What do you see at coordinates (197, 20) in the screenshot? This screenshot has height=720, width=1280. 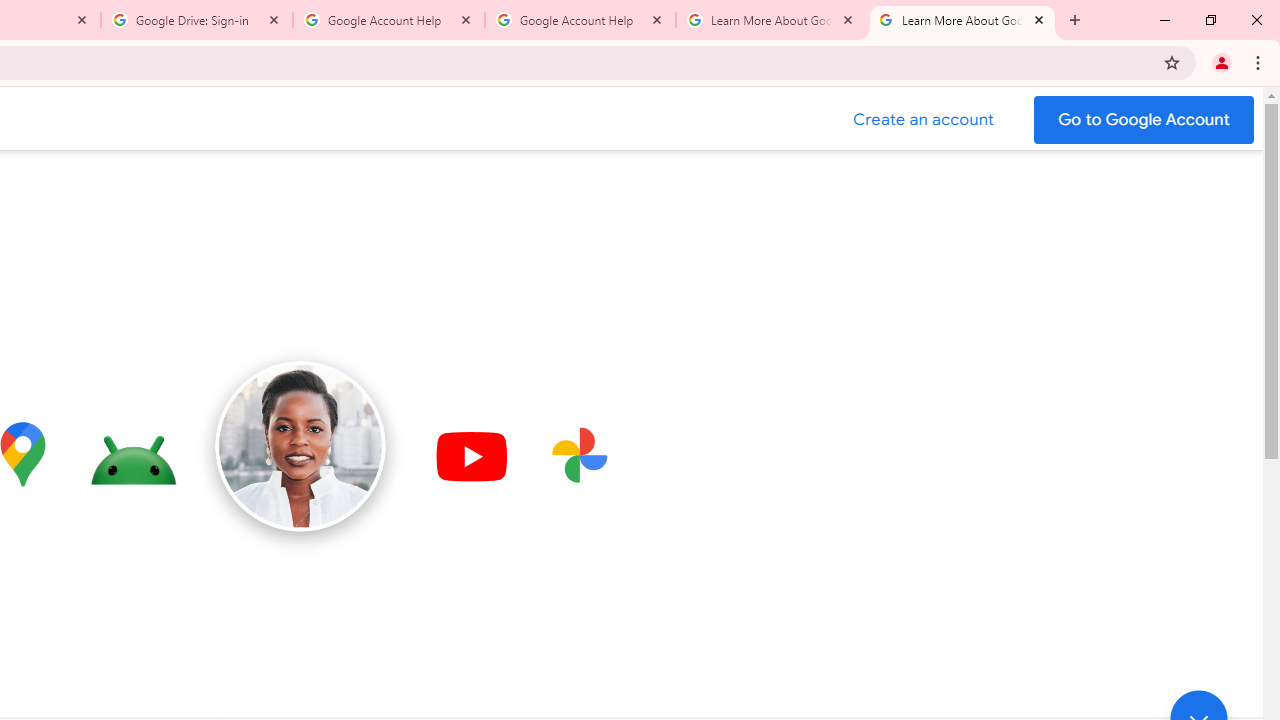 I see `'Google Drive: Sign-in'` at bounding box center [197, 20].